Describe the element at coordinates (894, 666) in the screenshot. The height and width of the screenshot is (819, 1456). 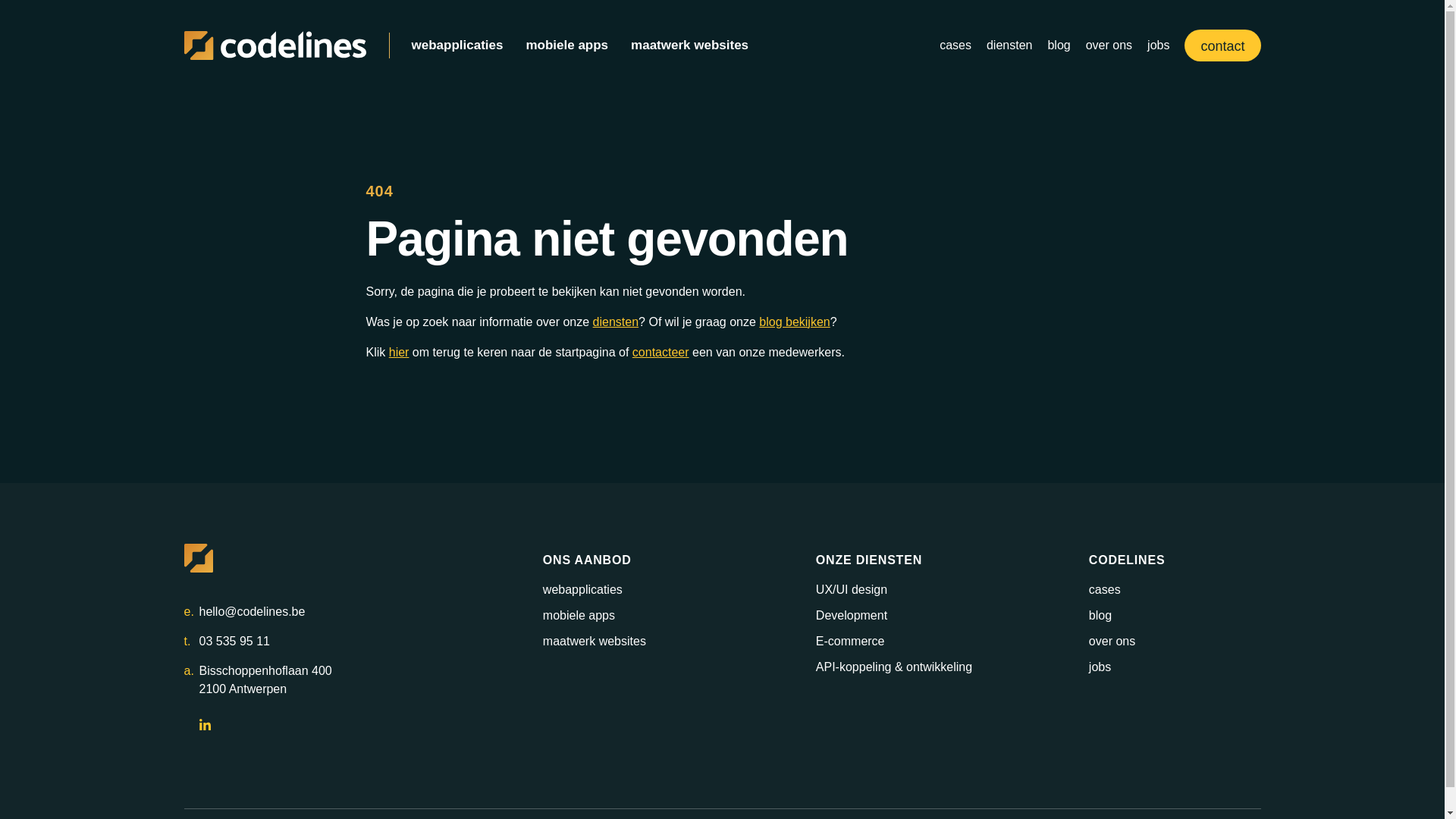
I see `'API-koppeling & ontwikkeling'` at that location.